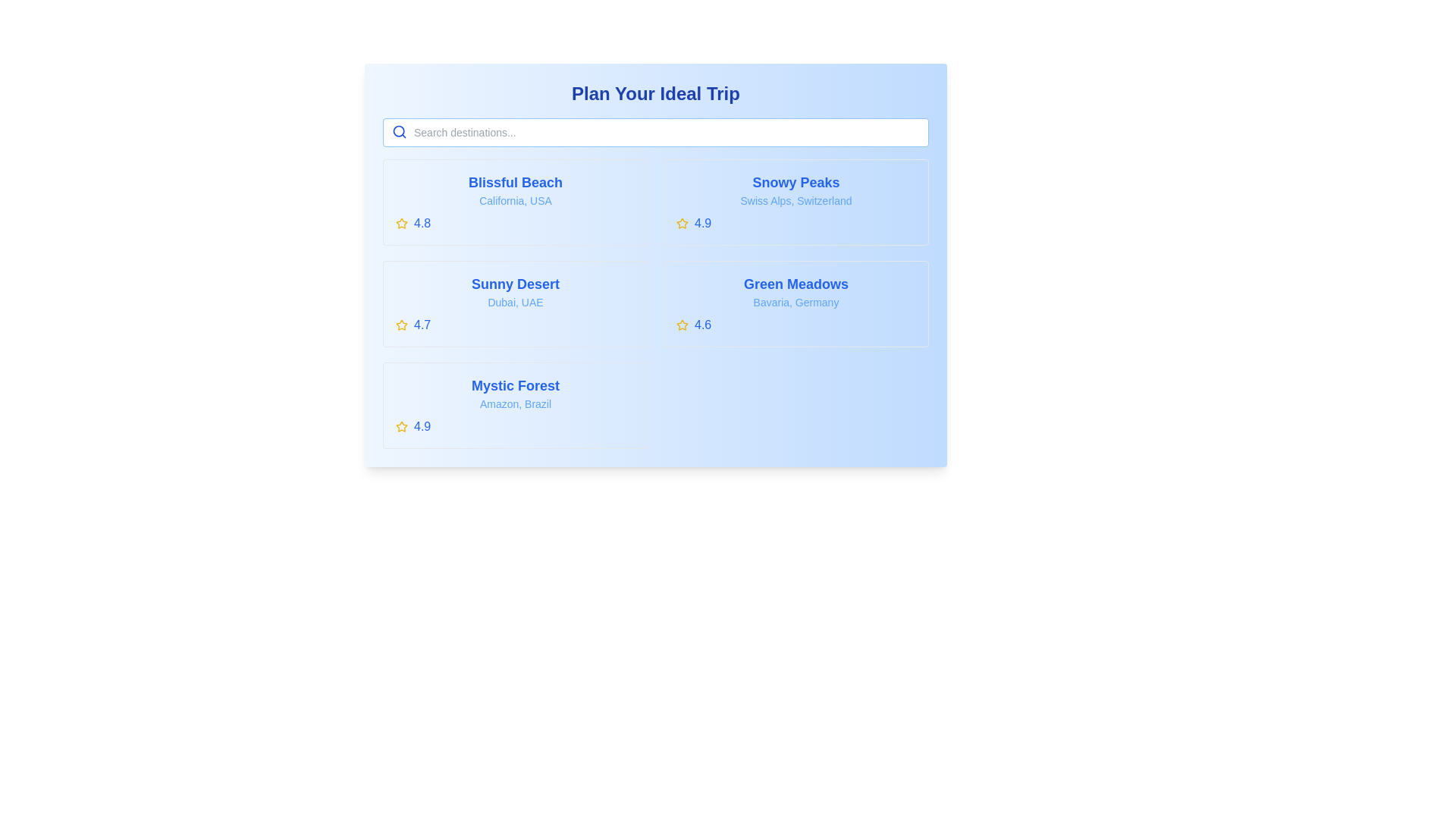  I want to click on the visual rating indicator icon next to the rating '4.9' for 'Snowy Peaks', so click(682, 223).